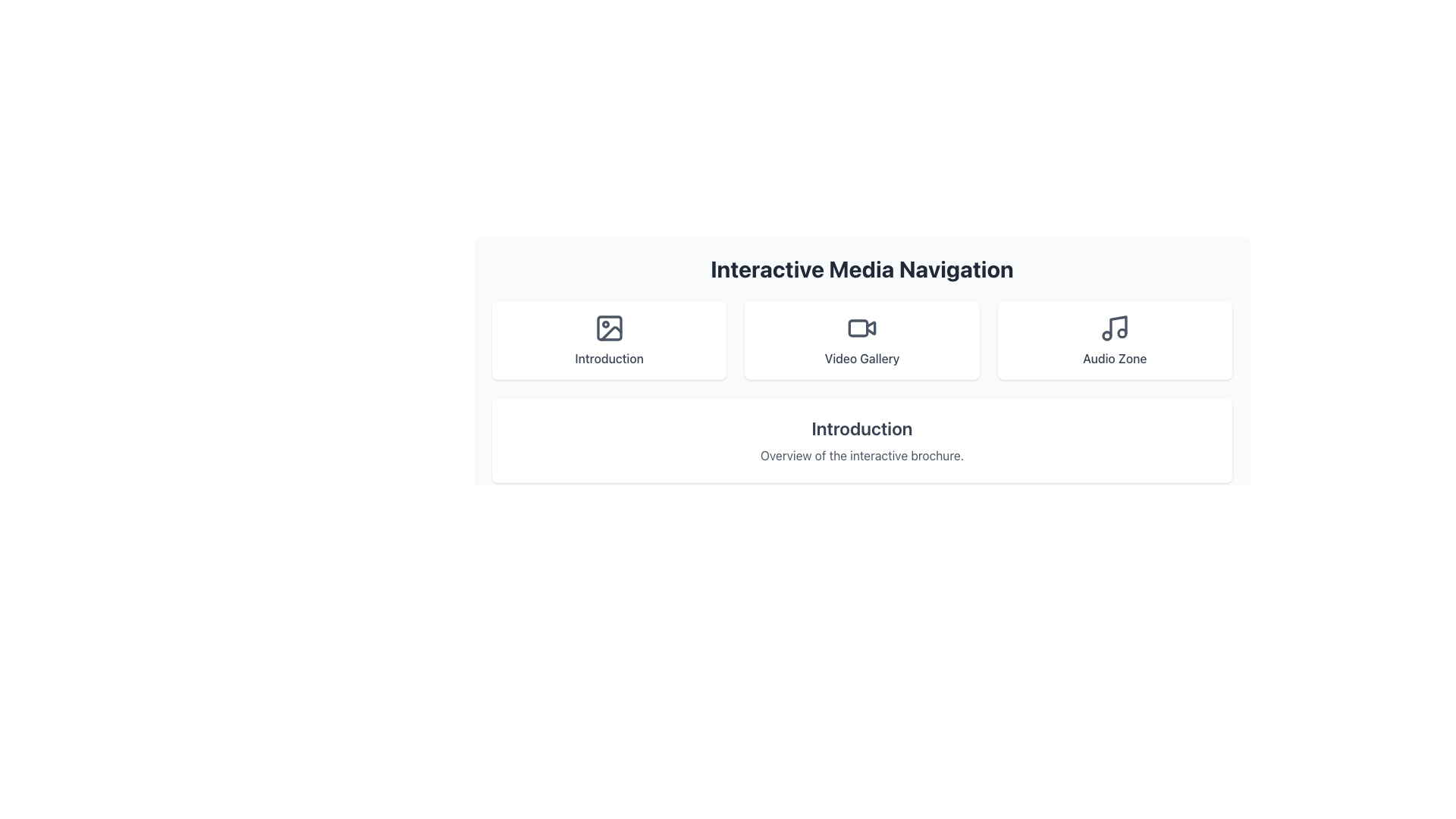  Describe the element at coordinates (609, 339) in the screenshot. I see `the 'Introduction' button, which is a white rectangular card with rounded corners and an image icon at the top, located on the left side of a three-card grid layout` at that location.